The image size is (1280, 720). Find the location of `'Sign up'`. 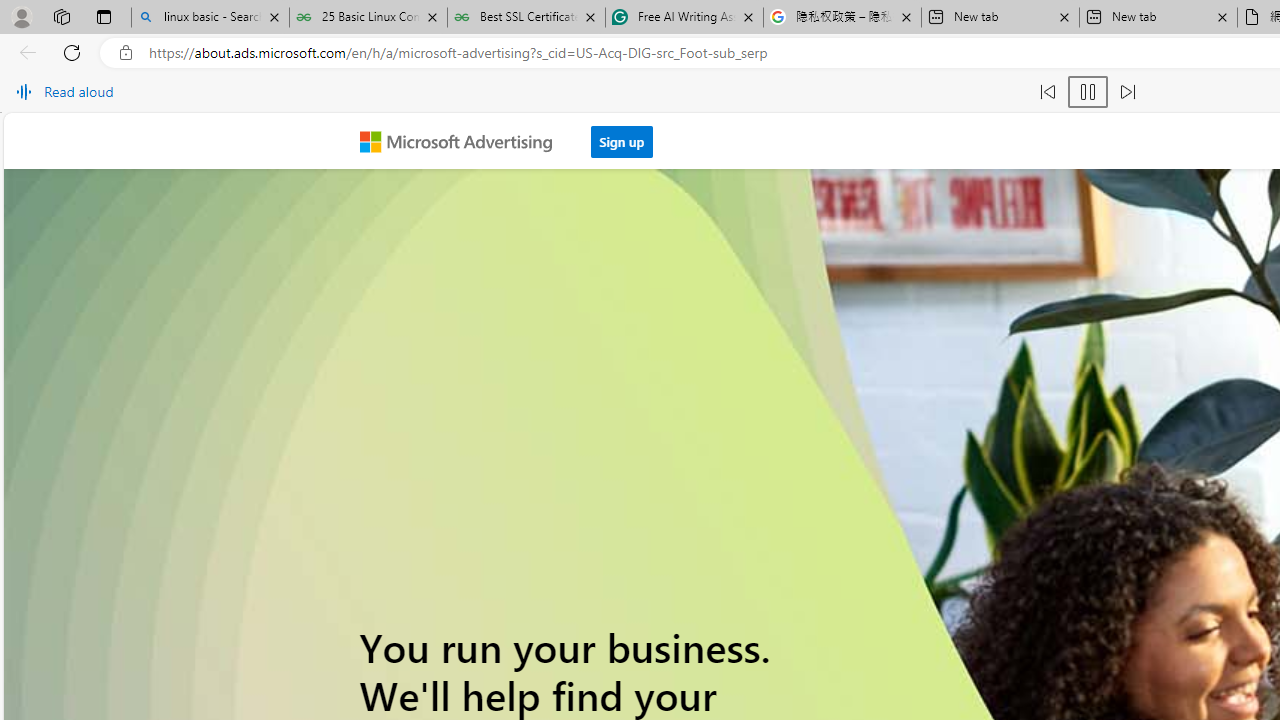

'Sign up' is located at coordinates (621, 140).